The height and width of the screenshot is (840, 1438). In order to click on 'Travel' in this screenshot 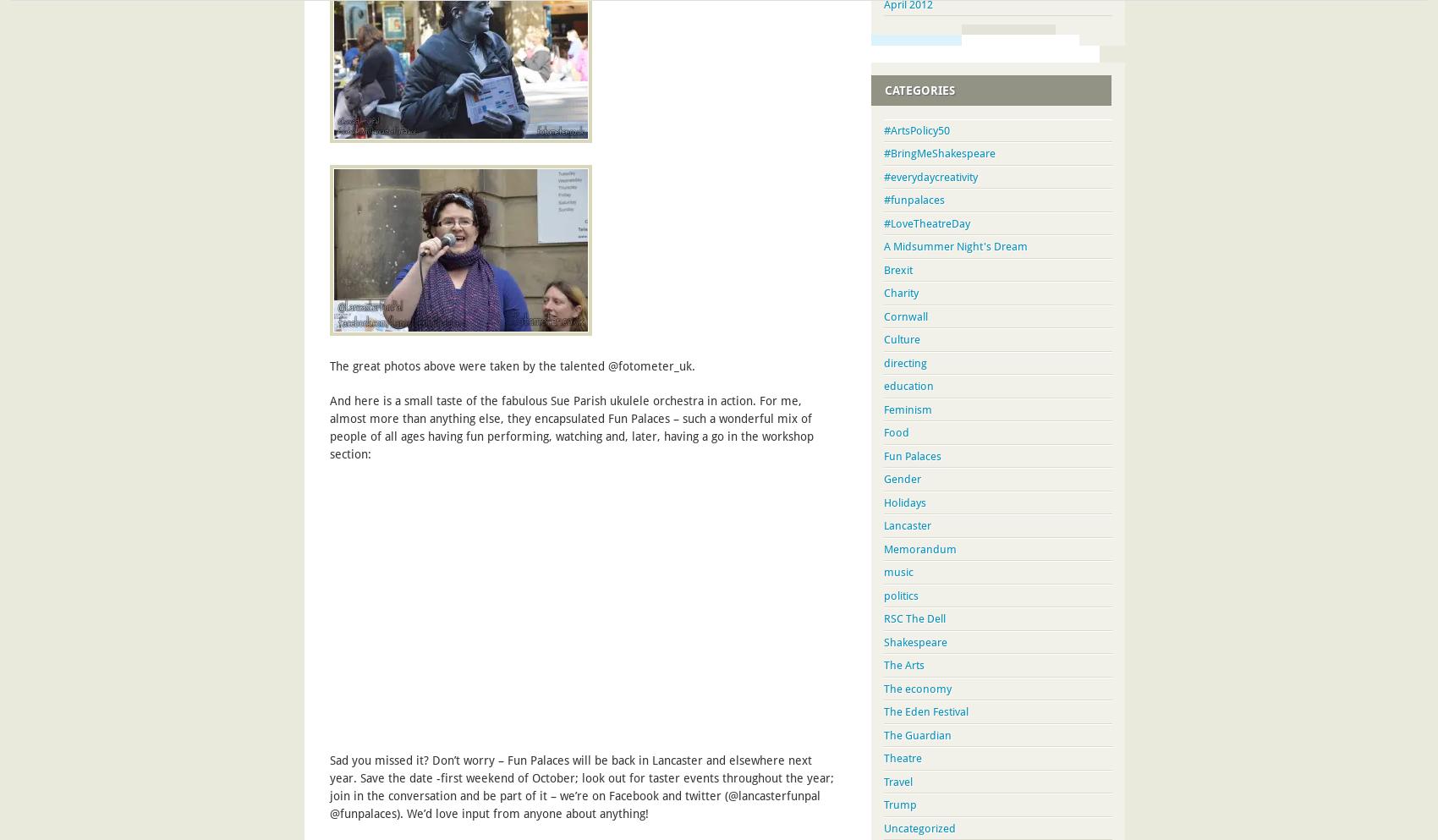, I will do `click(897, 780)`.